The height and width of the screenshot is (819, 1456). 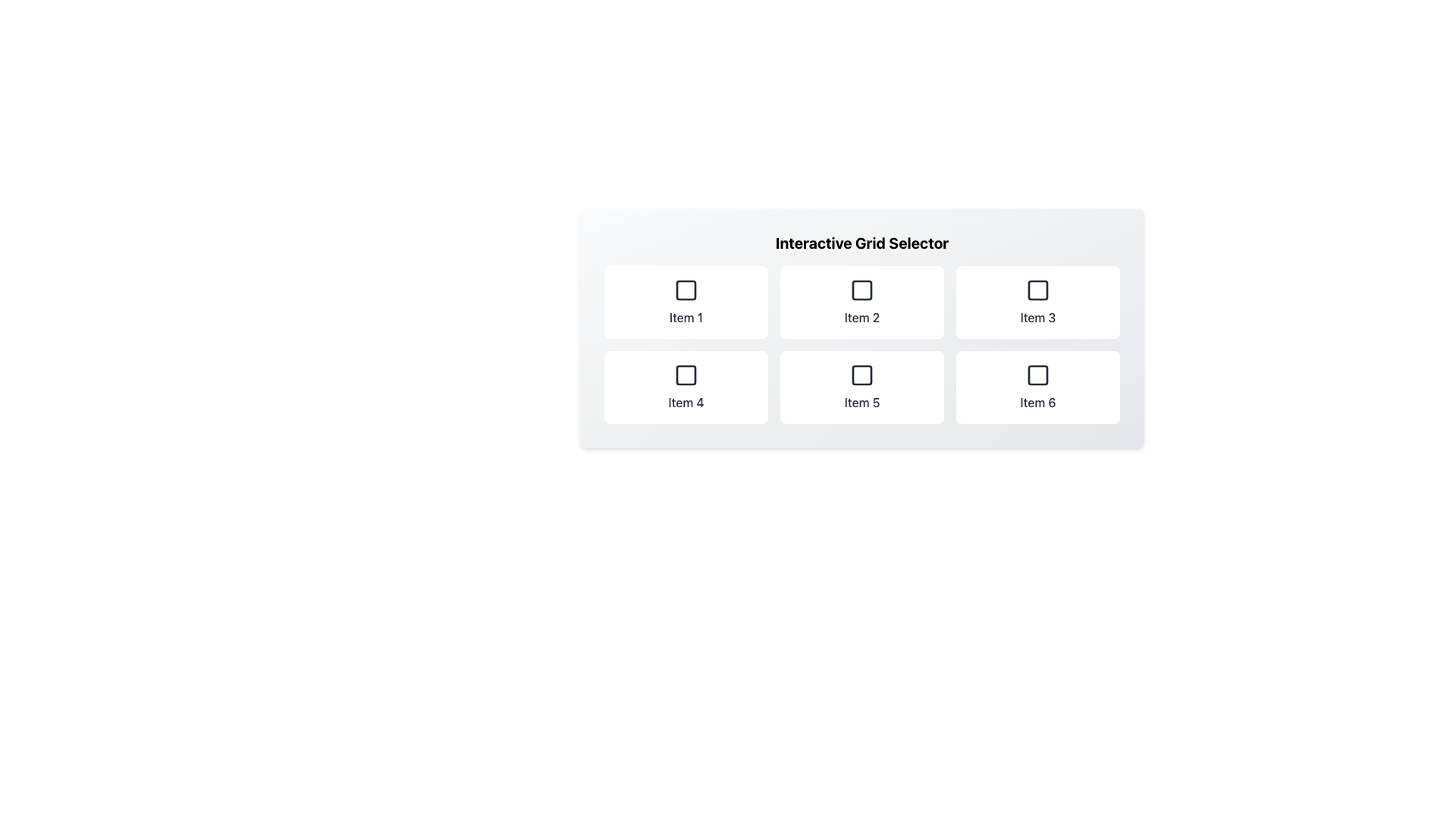 What do you see at coordinates (1037, 290) in the screenshot?
I see `the checkbox in the third square of the top row in the 'Interactive Grid Selector'` at bounding box center [1037, 290].